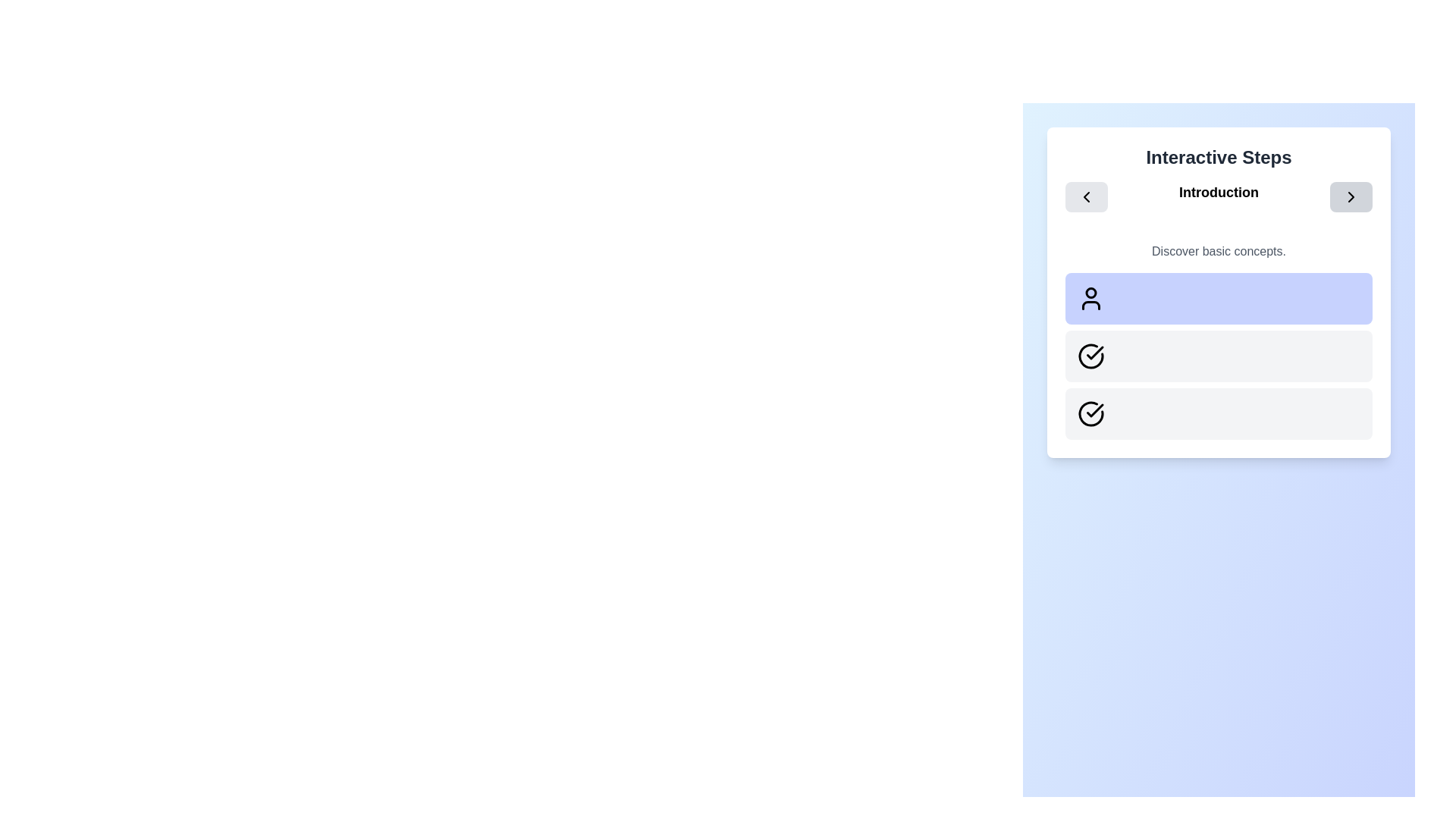 This screenshot has width=1456, height=819. What do you see at coordinates (1219, 250) in the screenshot?
I see `the centered static text block displaying 'Discover basic concepts.' in gray color, located within the 'Interactive Steps' card, positioned below the 'Introduction' header` at bounding box center [1219, 250].